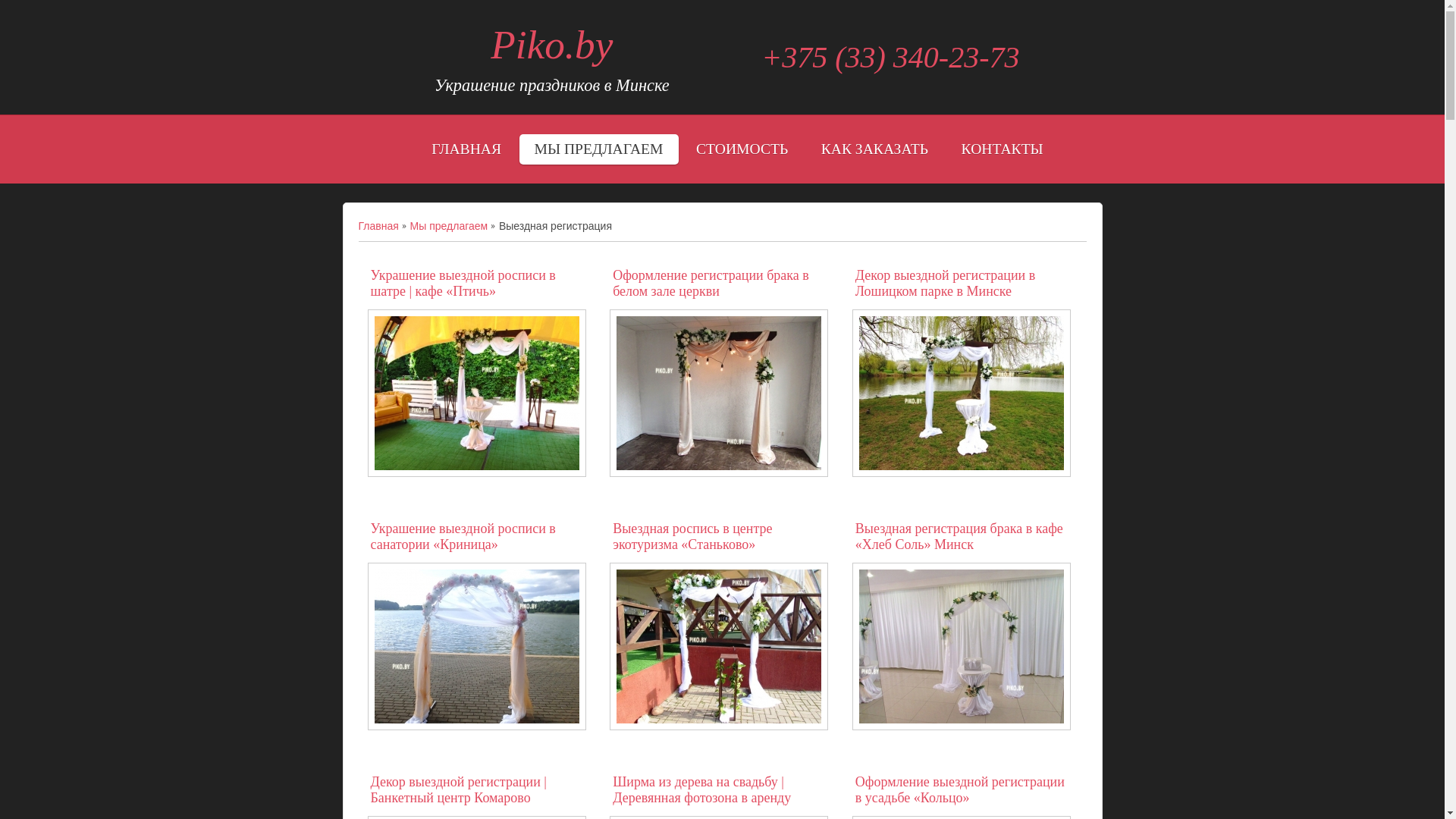 The width and height of the screenshot is (1456, 819). Describe the element at coordinates (551, 45) in the screenshot. I see `'Piko.by'` at that location.